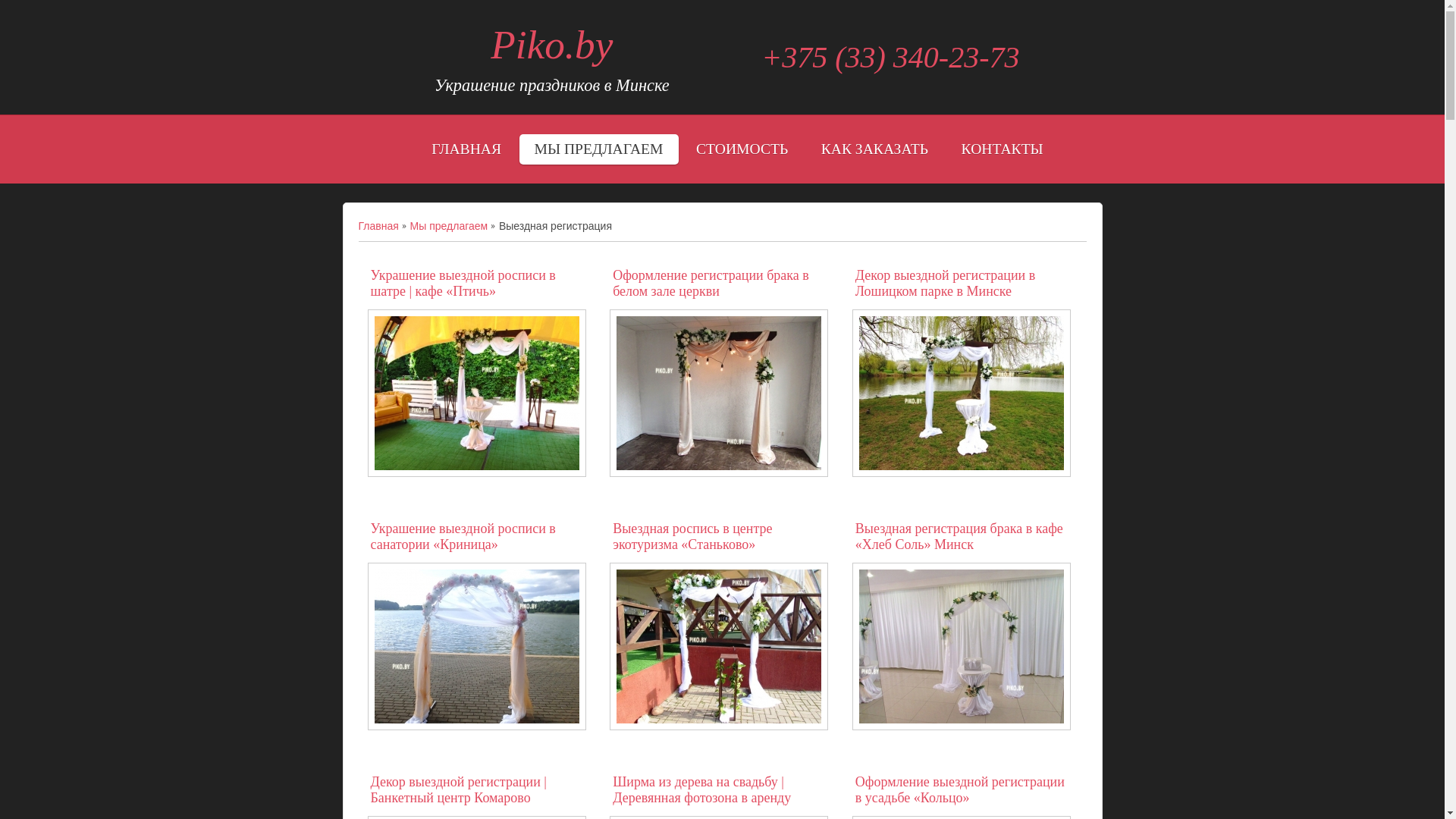 The width and height of the screenshot is (1456, 819). Describe the element at coordinates (551, 45) in the screenshot. I see `'Piko.by'` at that location.